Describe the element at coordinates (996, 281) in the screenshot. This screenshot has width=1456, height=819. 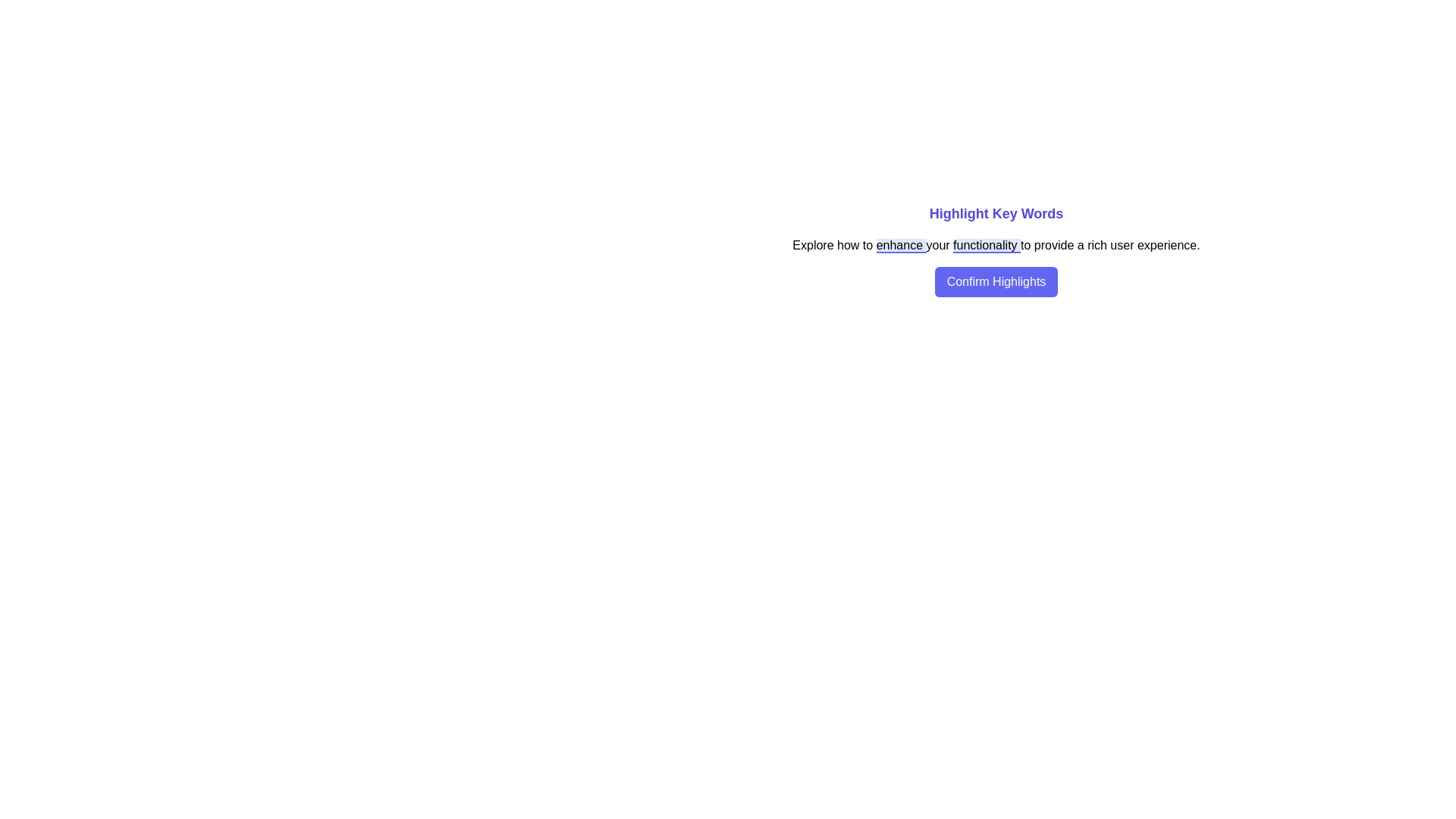
I see `the confirm button related` at that location.